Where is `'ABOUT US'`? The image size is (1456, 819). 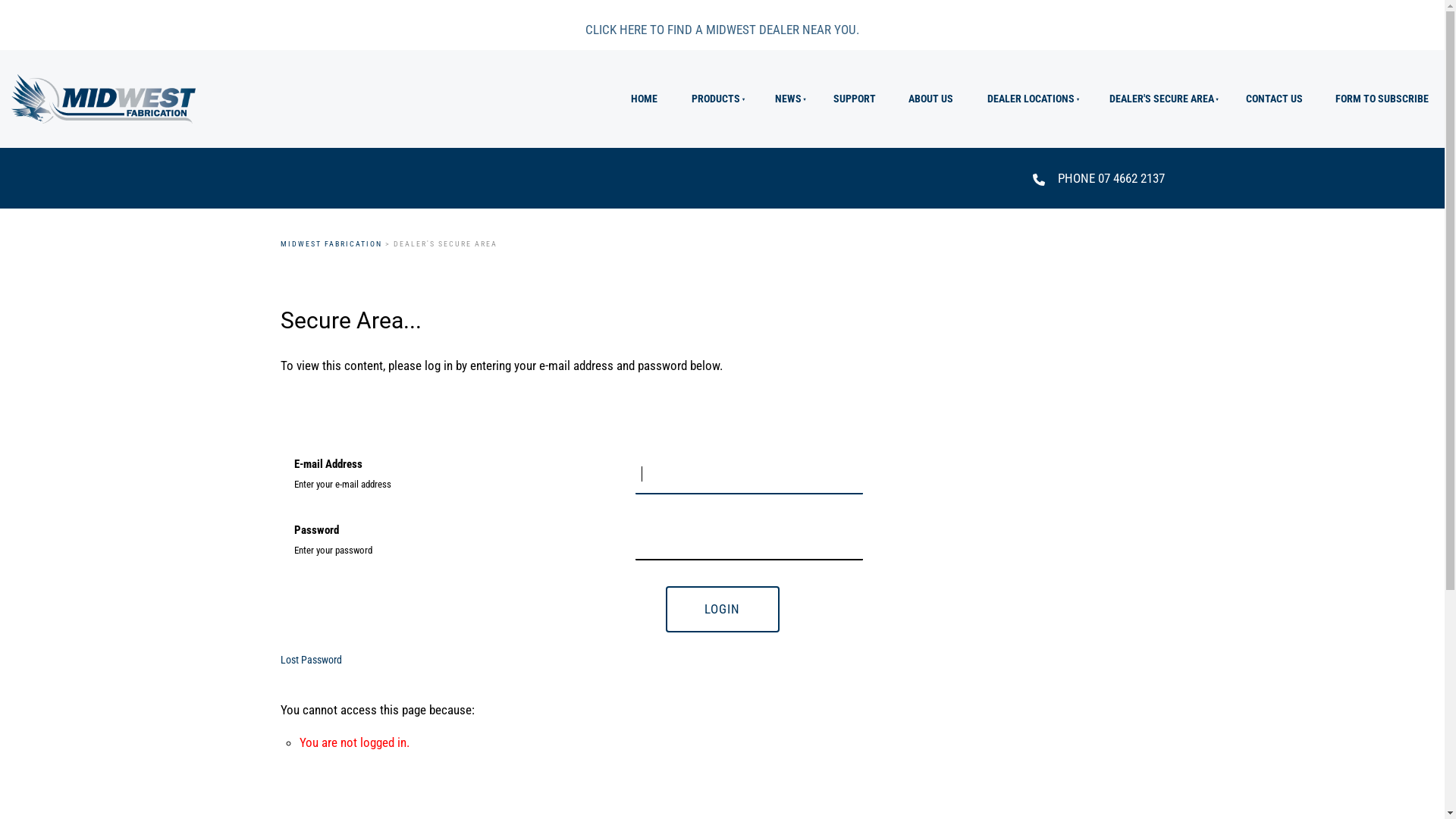 'ABOUT US' is located at coordinates (930, 99).